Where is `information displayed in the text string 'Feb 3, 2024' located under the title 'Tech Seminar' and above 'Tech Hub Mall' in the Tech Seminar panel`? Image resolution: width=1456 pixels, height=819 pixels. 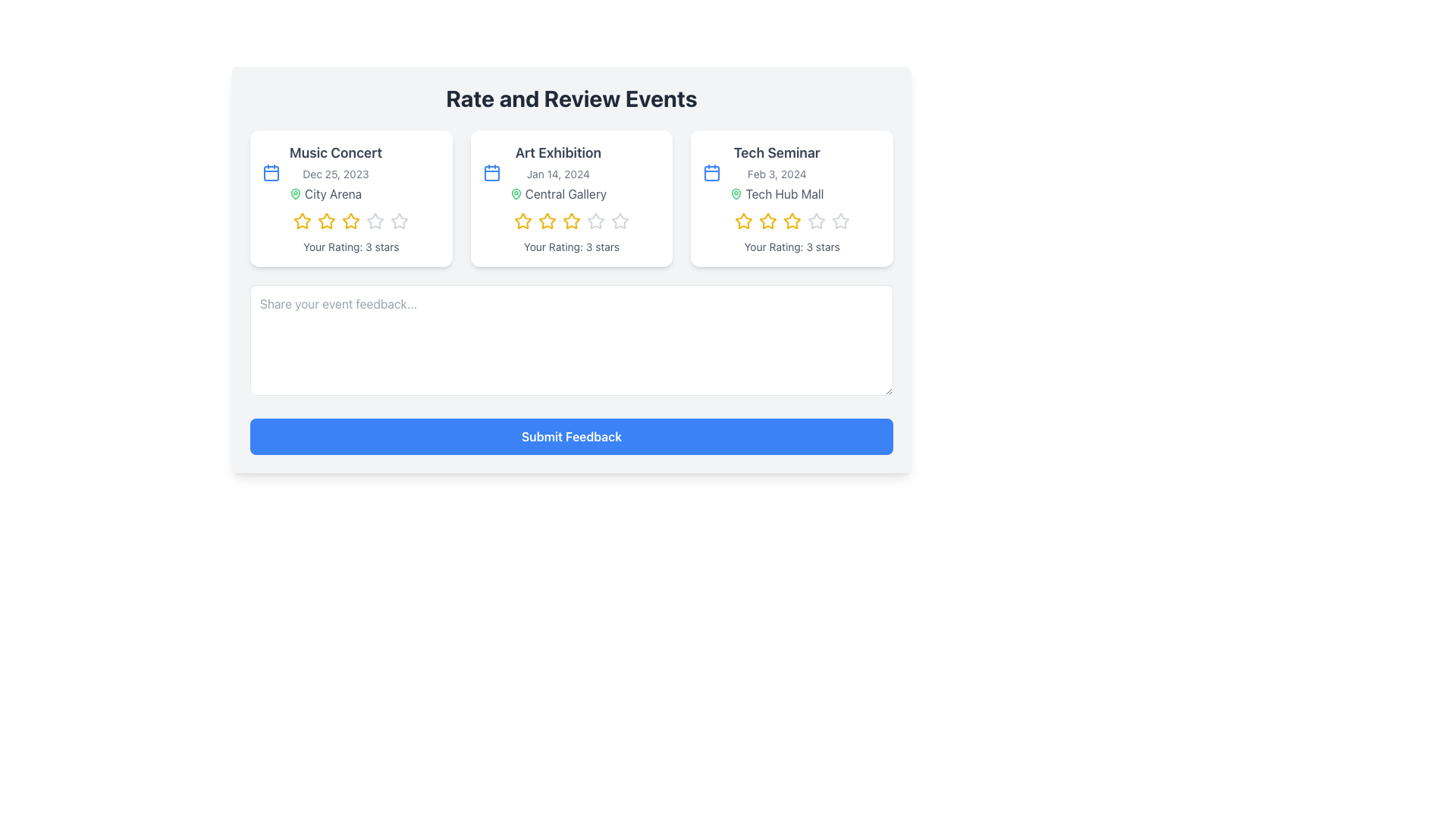
information displayed in the text string 'Feb 3, 2024' located under the title 'Tech Seminar' and above 'Tech Hub Mall' in the Tech Seminar panel is located at coordinates (777, 174).